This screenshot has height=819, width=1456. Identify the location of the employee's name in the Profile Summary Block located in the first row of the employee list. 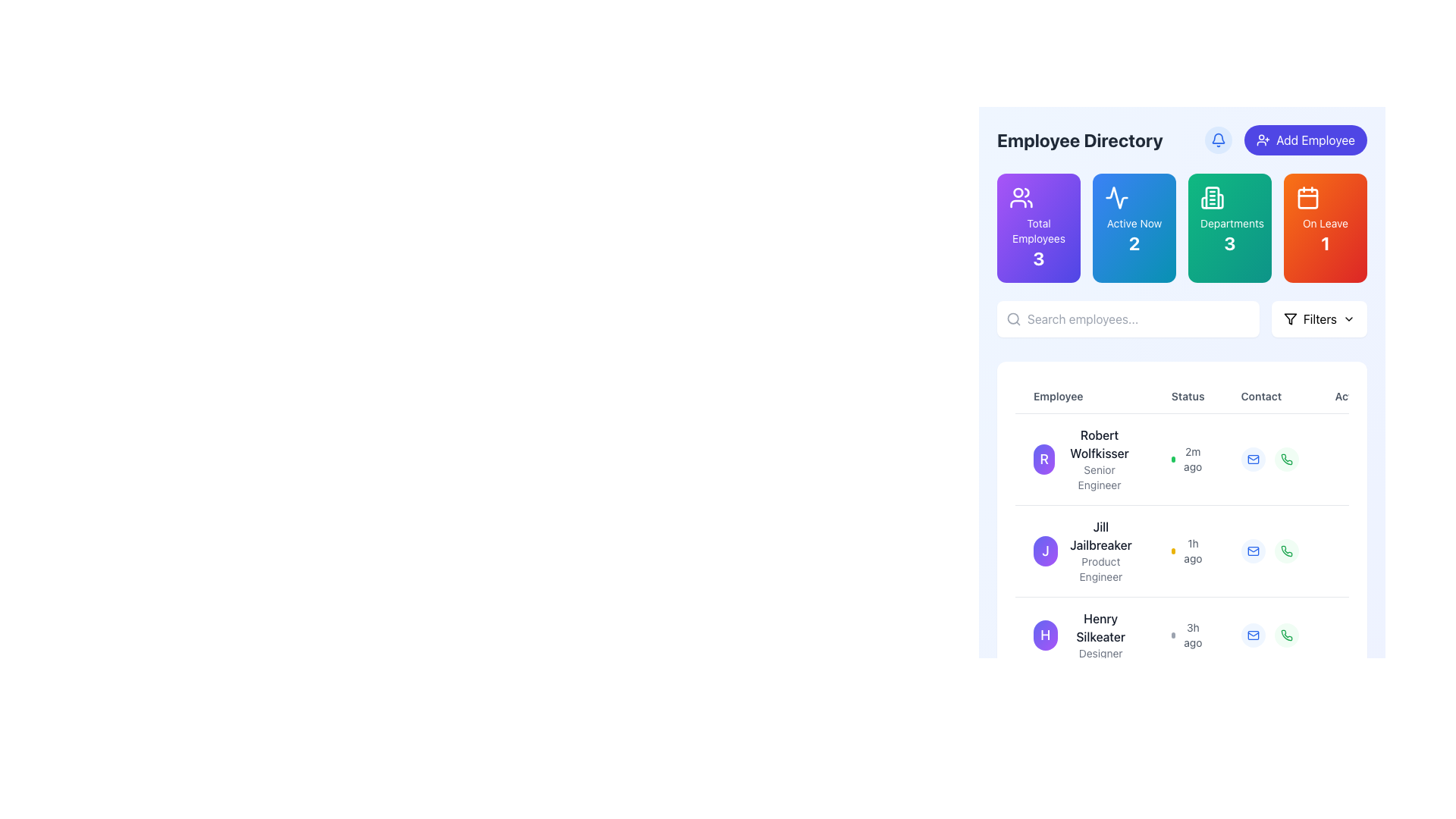
(1083, 458).